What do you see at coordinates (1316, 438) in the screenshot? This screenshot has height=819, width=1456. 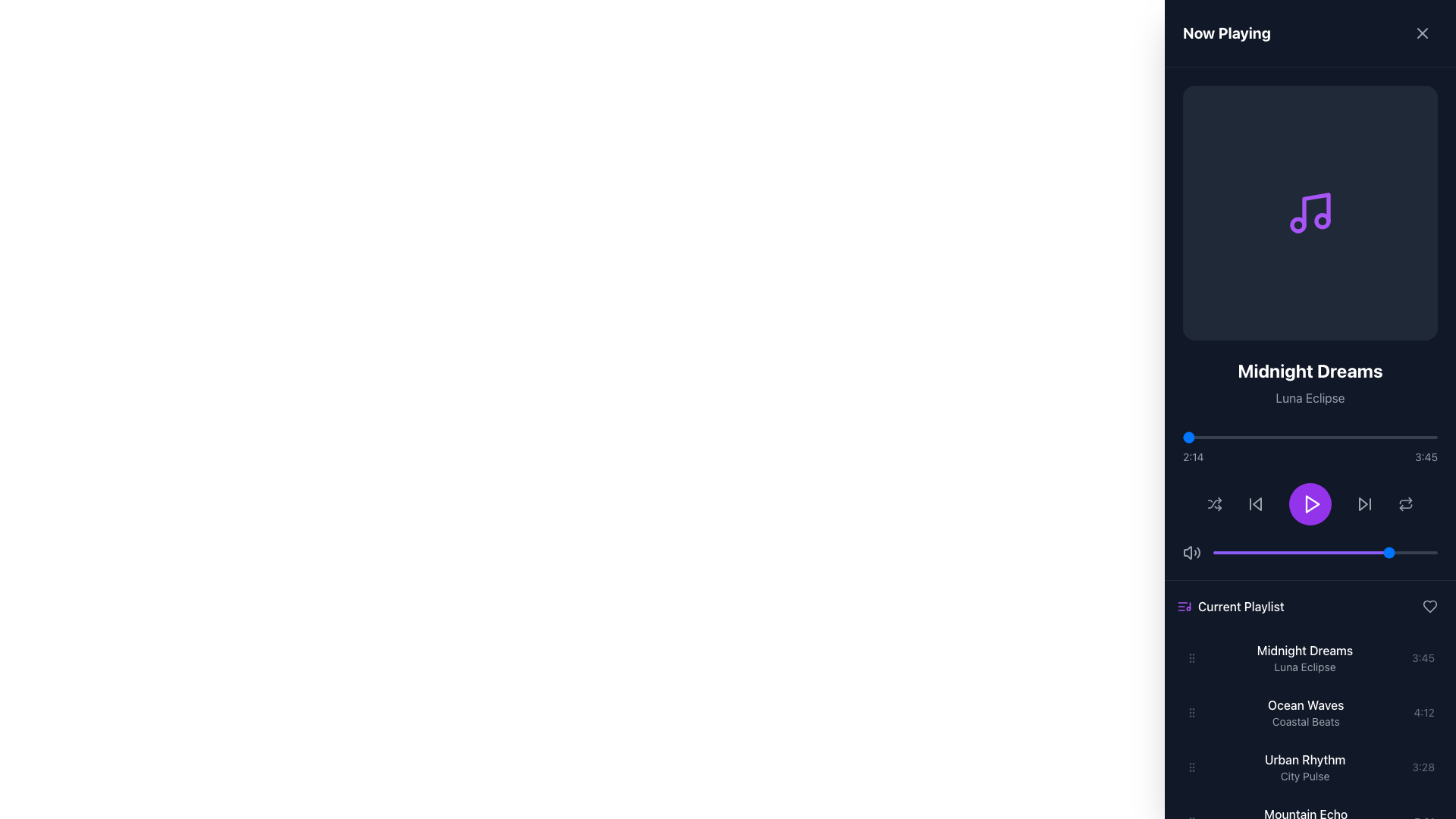 I see `playback position` at bounding box center [1316, 438].